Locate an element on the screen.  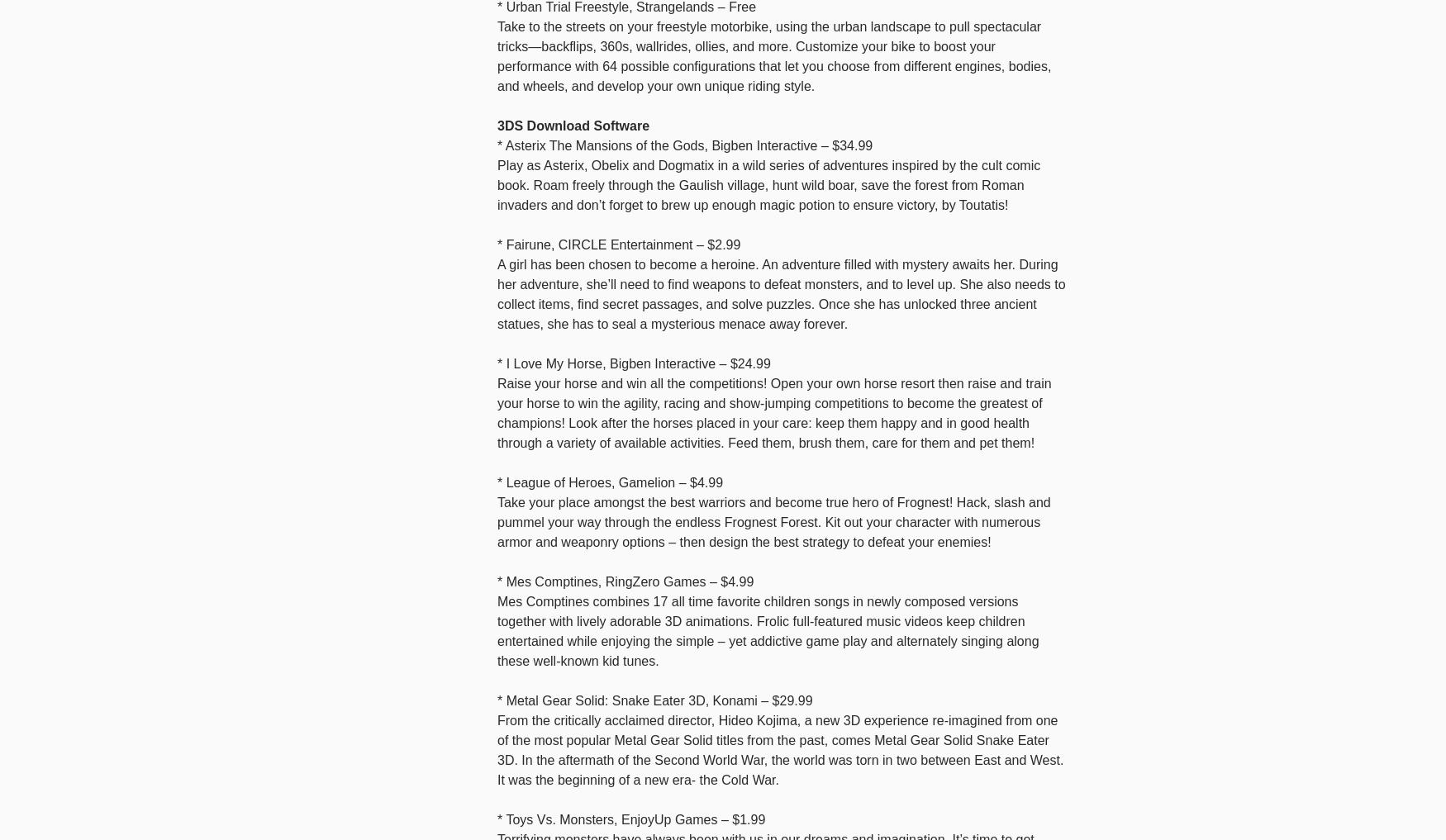
'* League of Heroes, Gamelion – $4.99' is located at coordinates (610, 481).